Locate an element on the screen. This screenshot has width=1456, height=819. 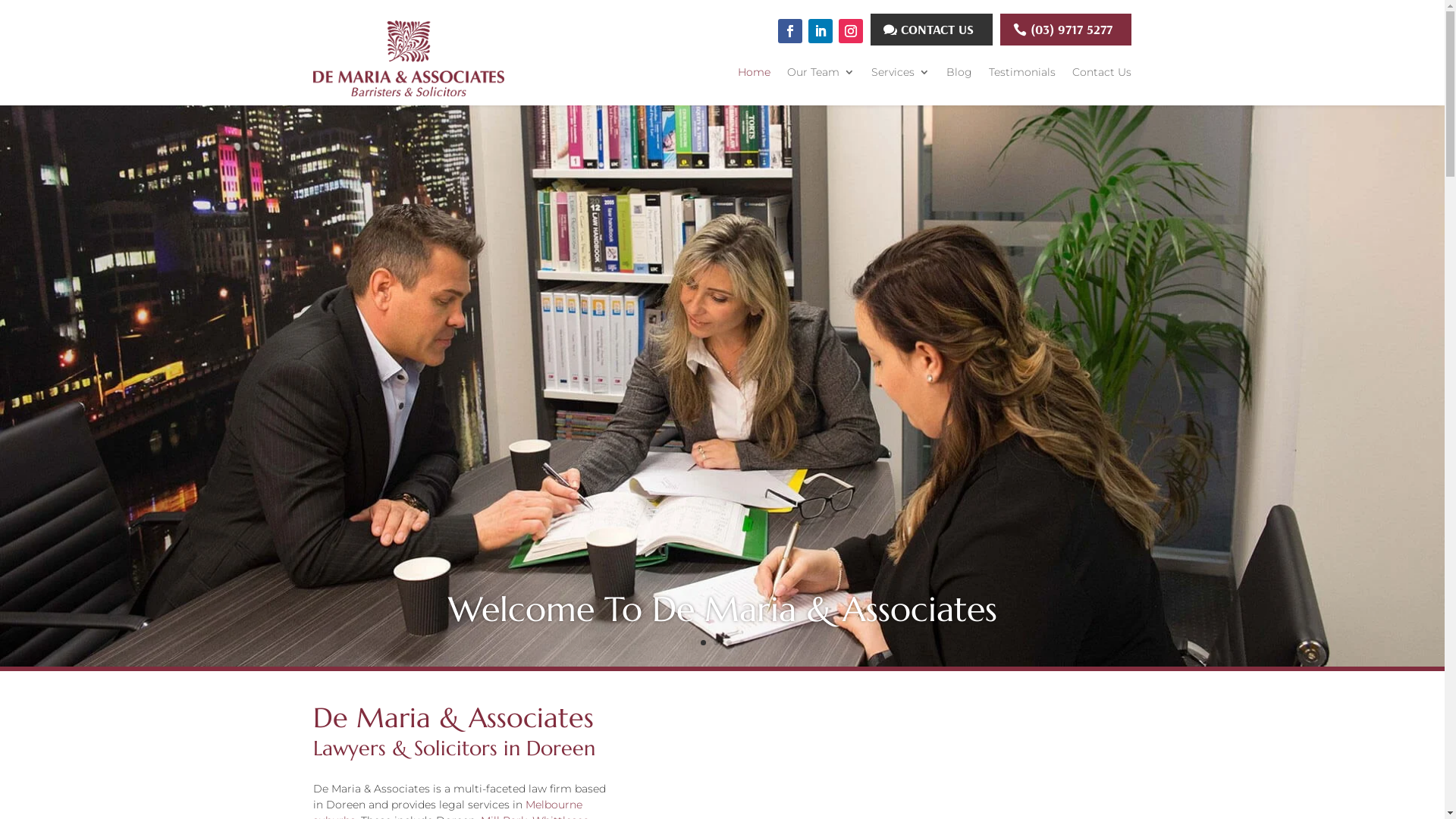
'4' is located at coordinates (741, 642).